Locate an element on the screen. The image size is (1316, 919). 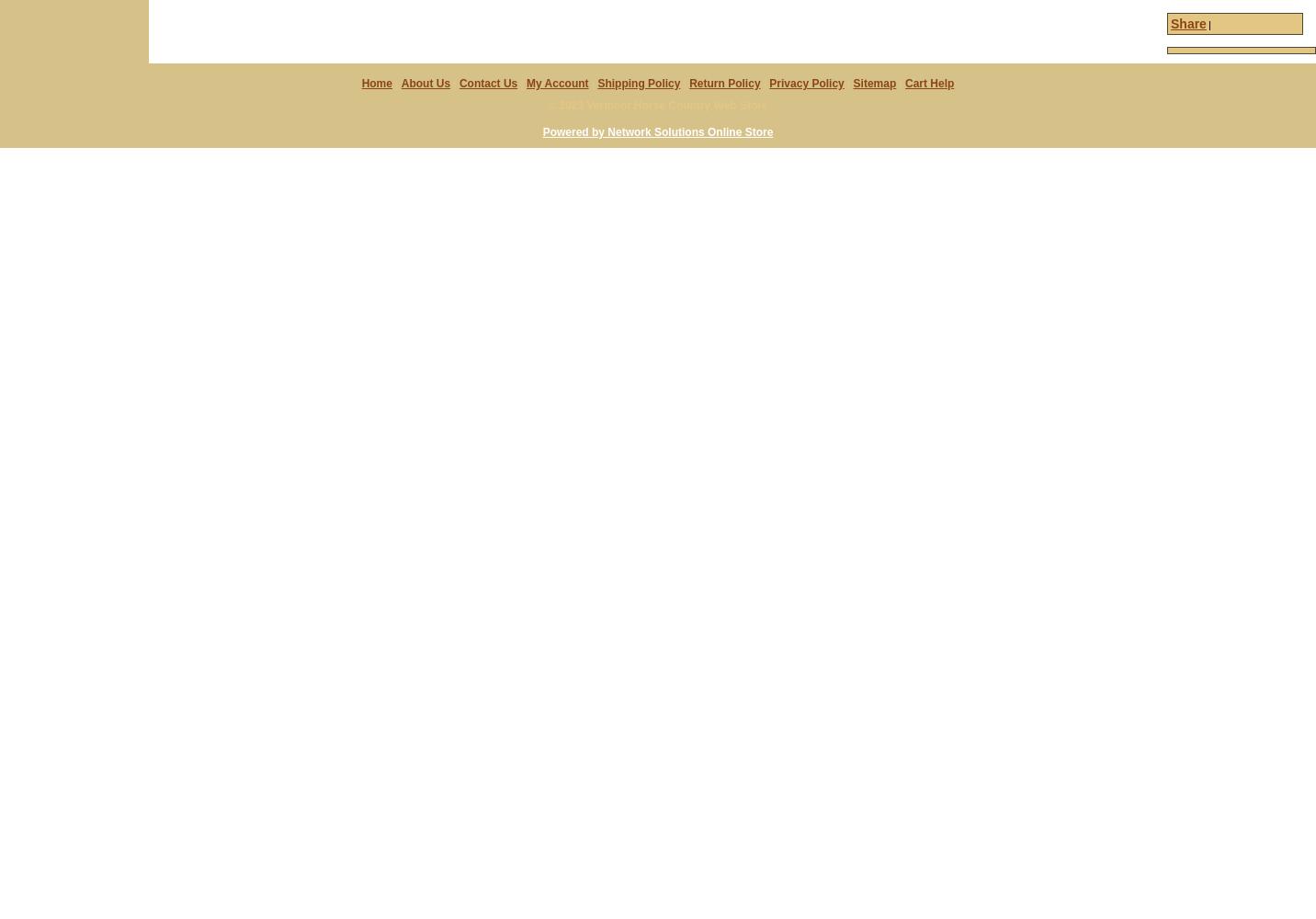
'Cart Help' is located at coordinates (929, 82).